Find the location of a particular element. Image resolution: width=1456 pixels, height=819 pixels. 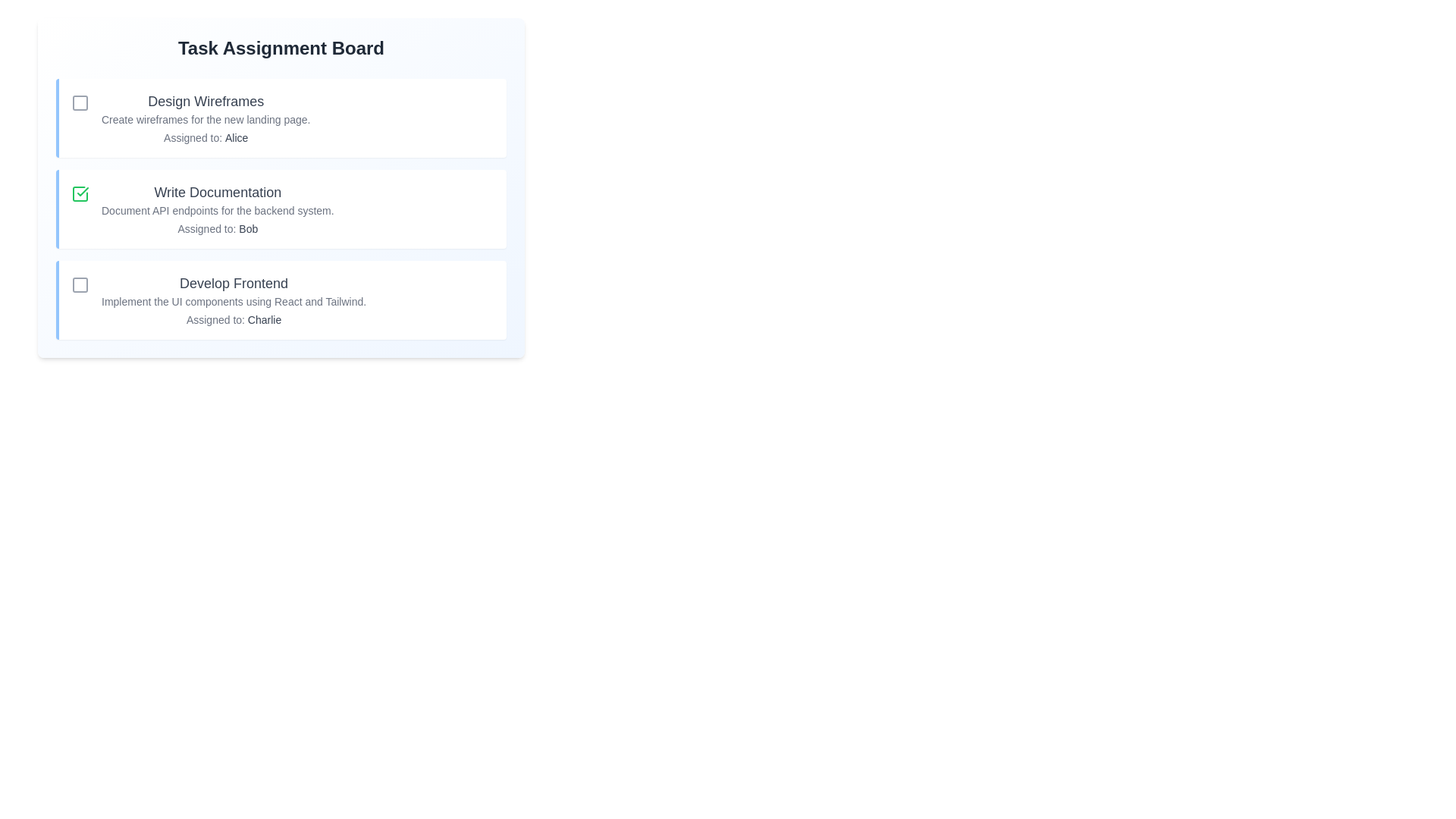

the task entry card representing a task in the task assignment system, located below 'Write Documentation' and above any additional tasks is located at coordinates (283, 300).